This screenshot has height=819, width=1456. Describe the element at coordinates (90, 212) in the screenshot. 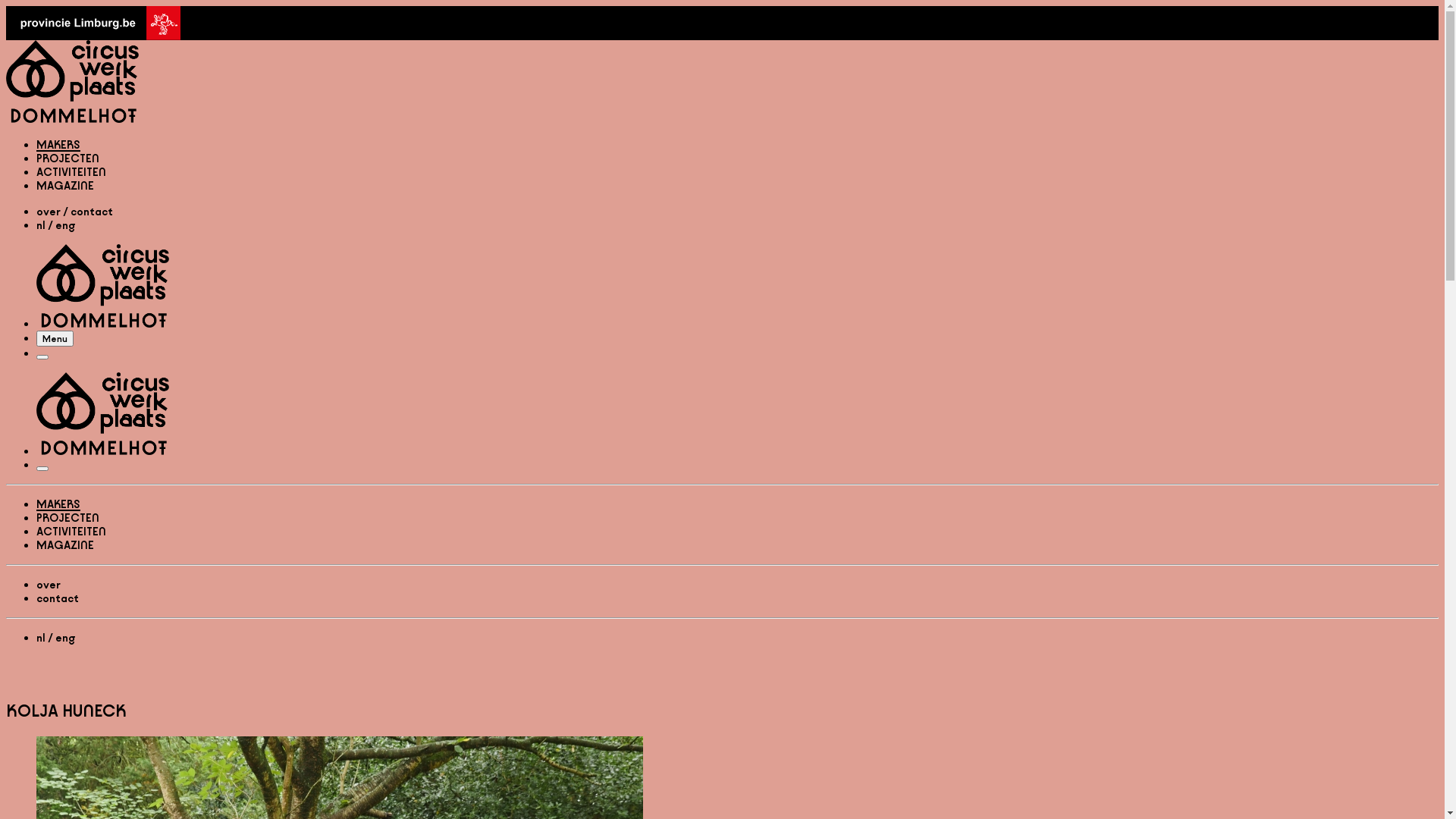

I see `'contact'` at that location.